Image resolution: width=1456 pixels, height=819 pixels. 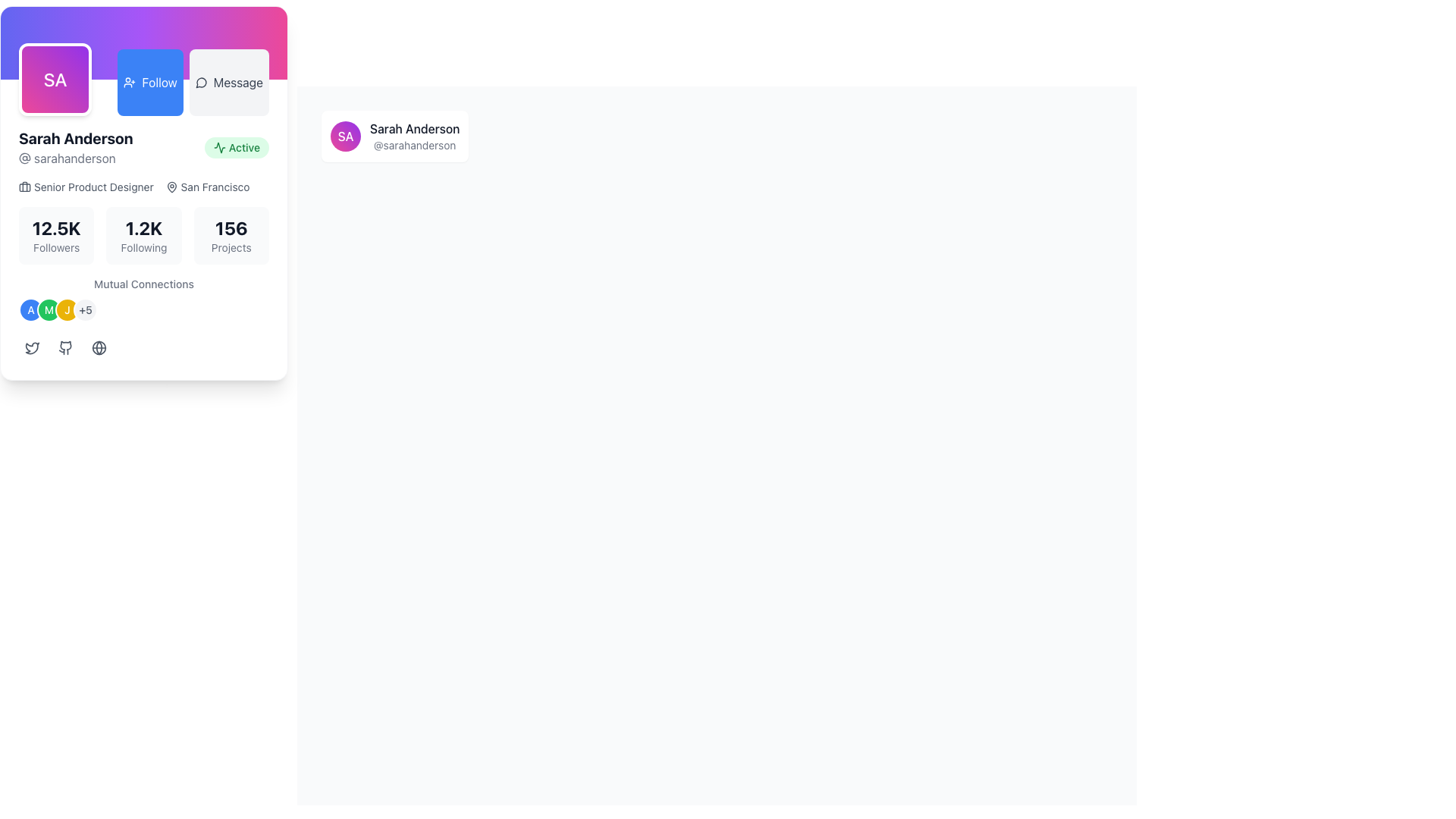 What do you see at coordinates (237, 82) in the screenshot?
I see `the text value of the 'Message' label, which is displayed in dark gray and is part of the interactive button group in the top-right area of the user card layout` at bounding box center [237, 82].